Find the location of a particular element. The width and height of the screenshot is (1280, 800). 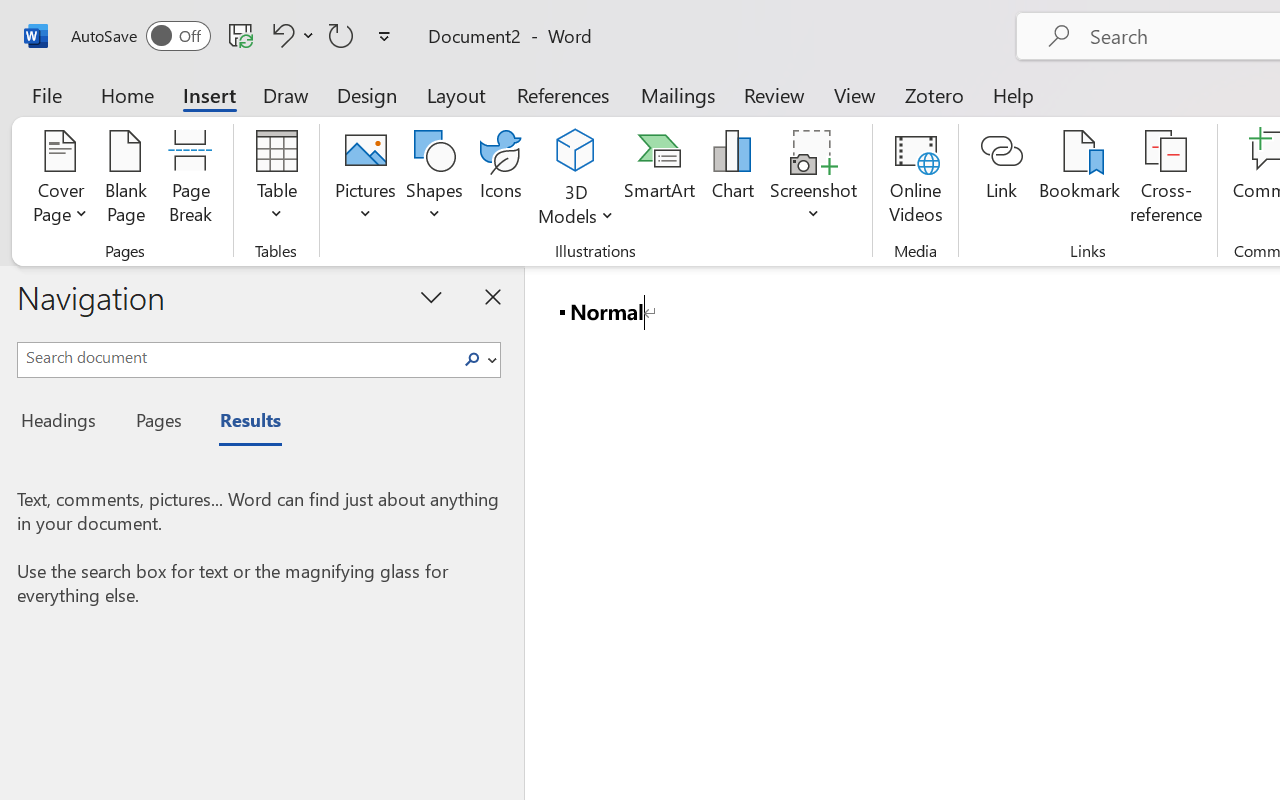

'Table' is located at coordinates (276, 179).